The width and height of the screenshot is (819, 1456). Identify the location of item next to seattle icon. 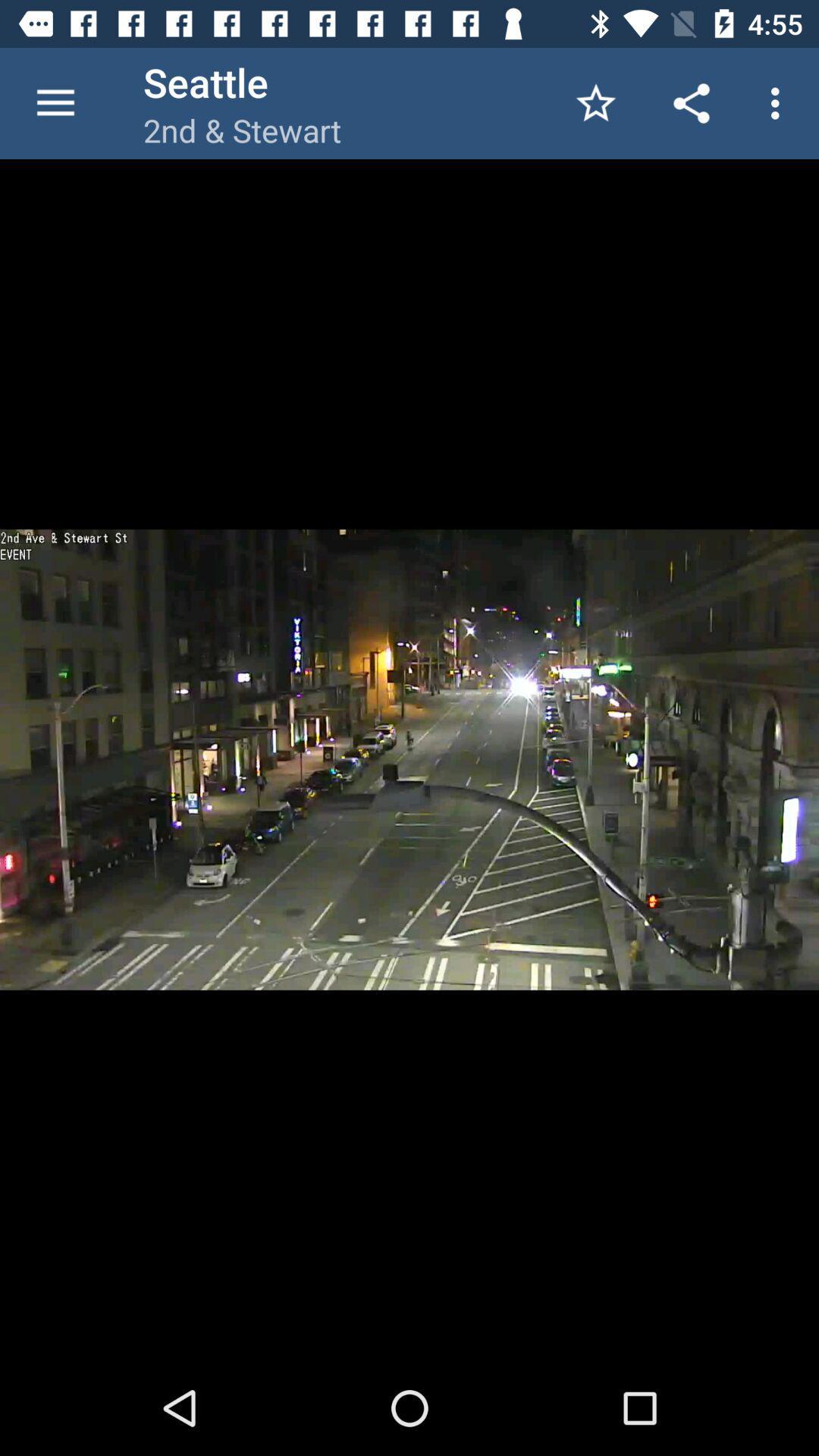
(55, 102).